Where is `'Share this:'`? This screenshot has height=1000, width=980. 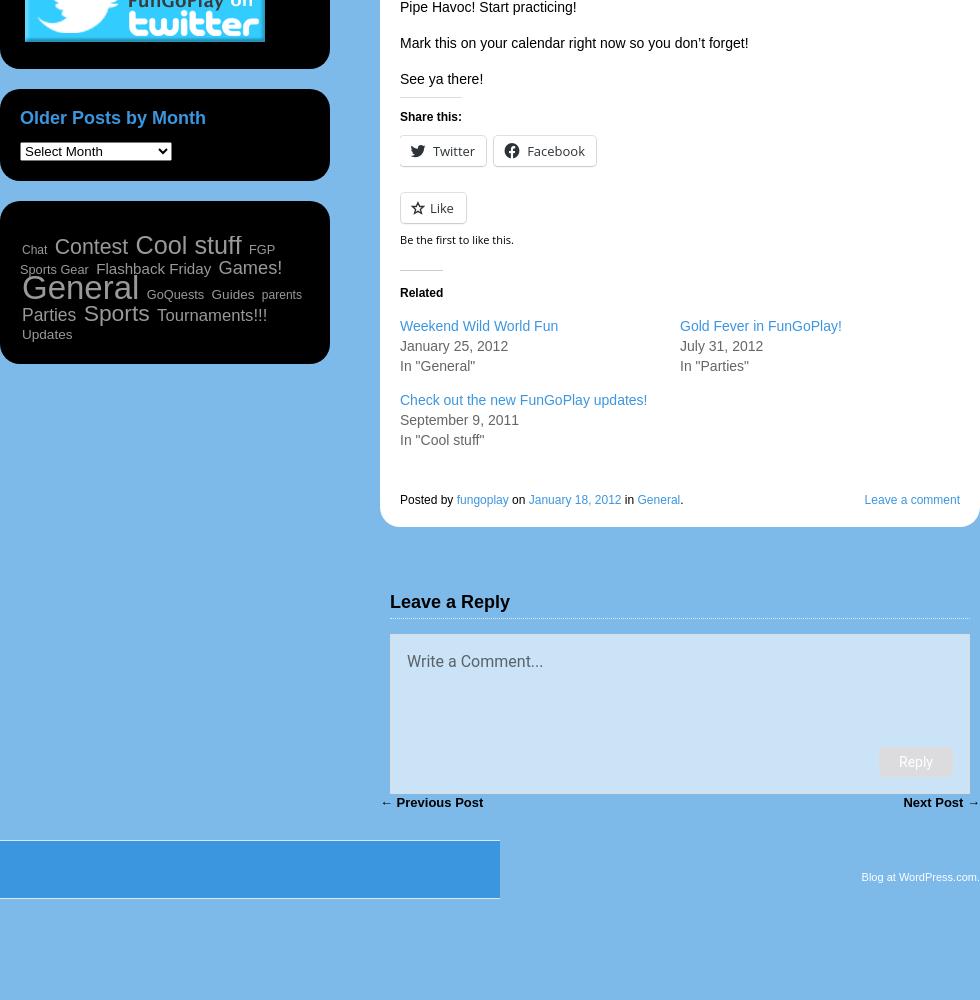
'Share this:' is located at coordinates (431, 116).